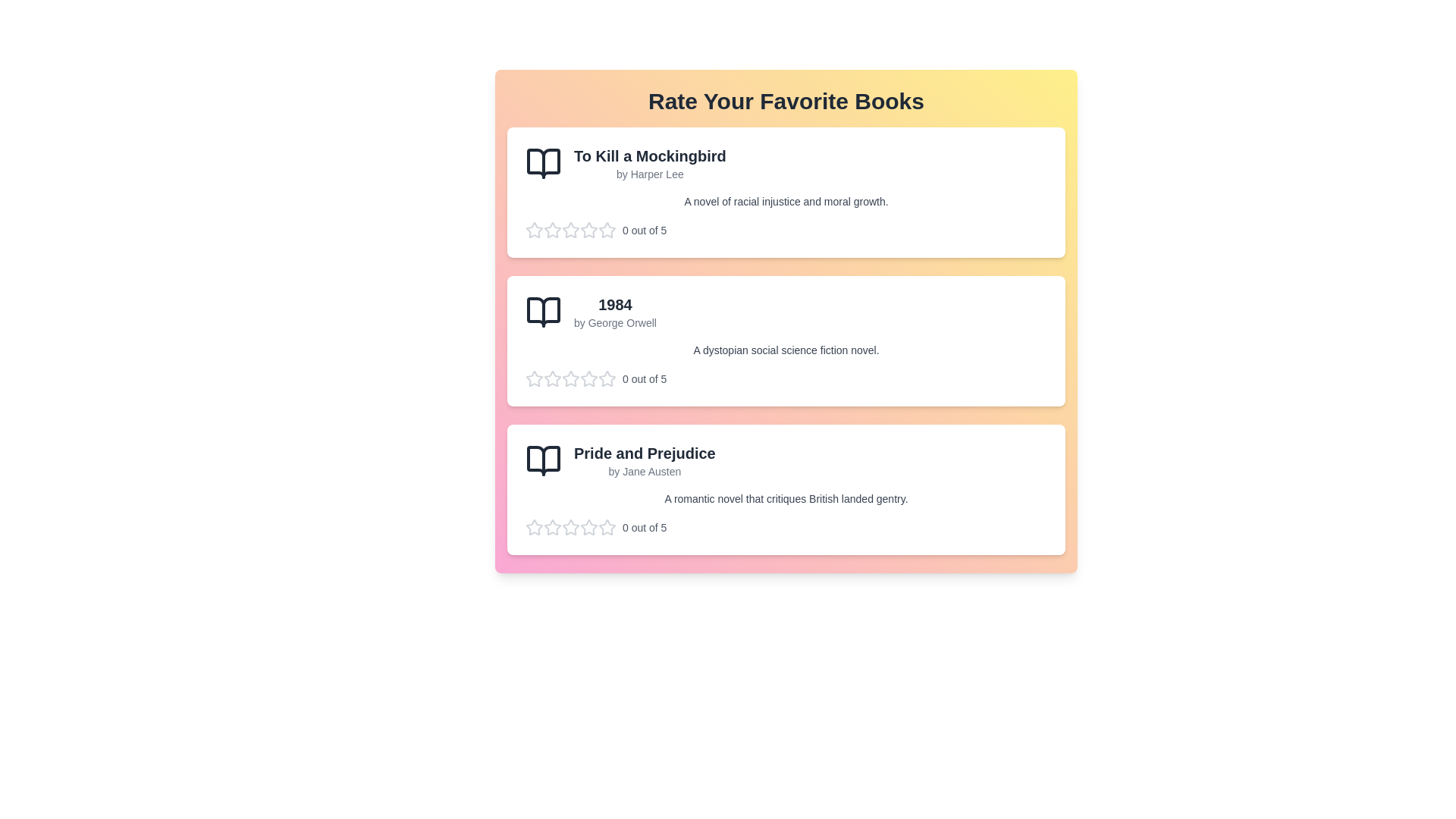 The height and width of the screenshot is (819, 1456). Describe the element at coordinates (552, 378) in the screenshot. I see `the second star icon in the rating section of the '1984' book card` at that location.